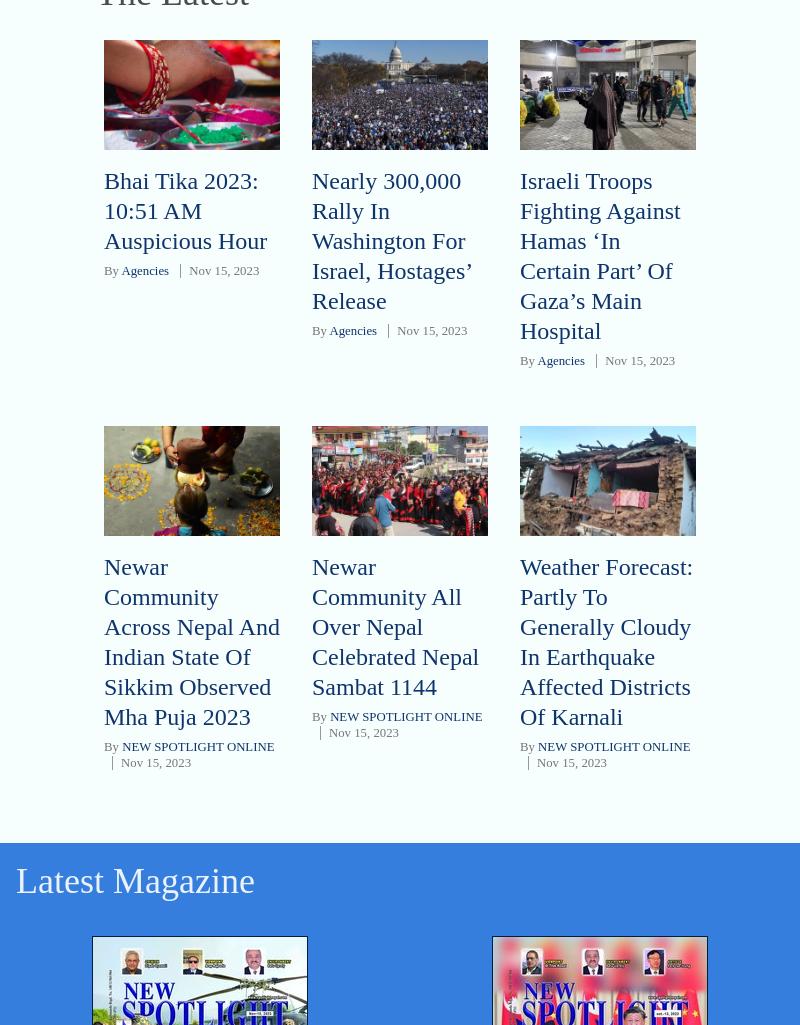 This screenshot has width=800, height=1025. I want to click on 'Bhai Tika 2023: 10:51 AM Auspicious Hour', so click(184, 211).